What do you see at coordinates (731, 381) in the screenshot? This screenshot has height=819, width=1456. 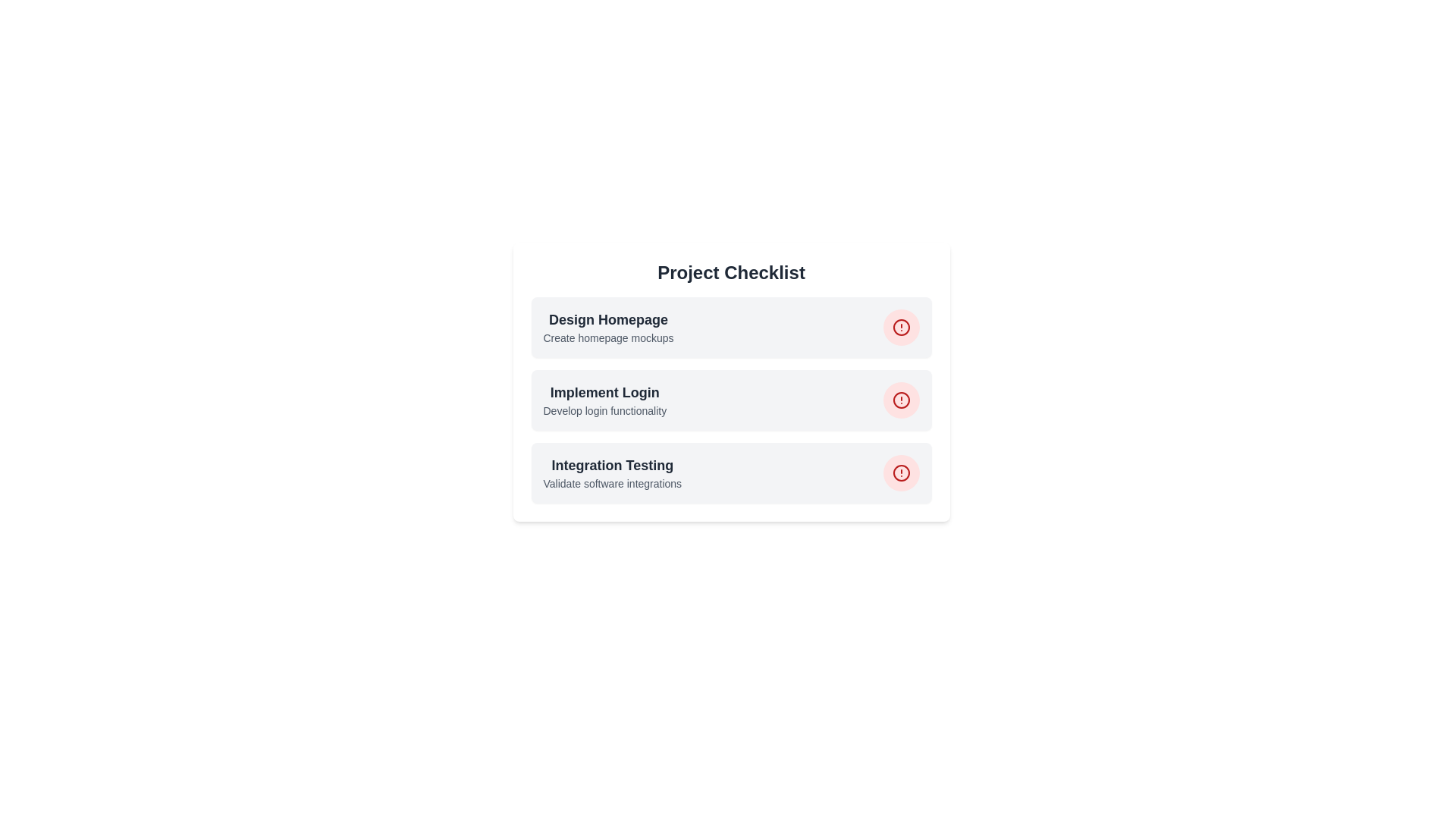 I see `the second card in the 'Project Checklist'` at bounding box center [731, 381].